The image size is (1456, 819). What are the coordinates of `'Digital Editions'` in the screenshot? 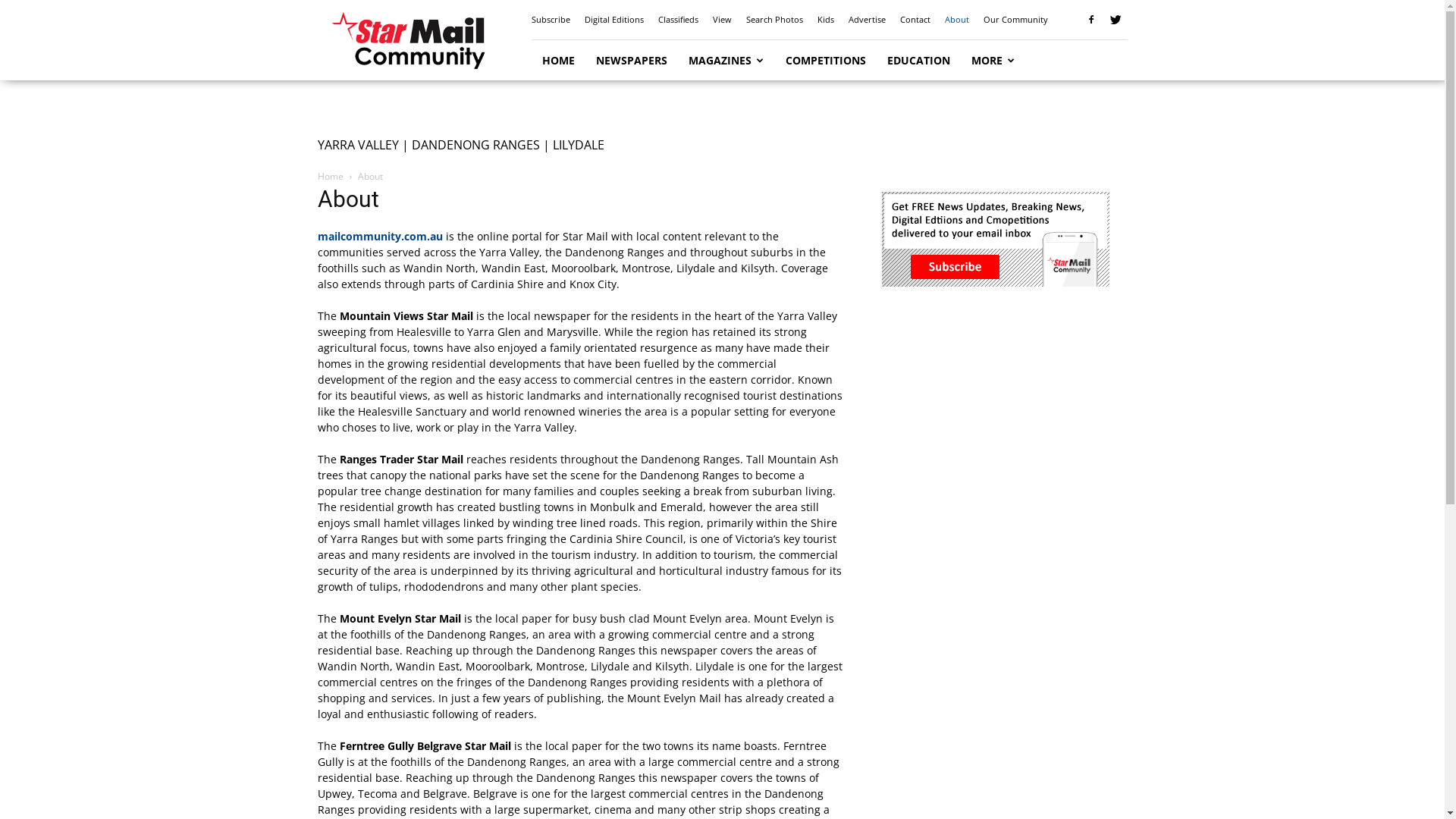 It's located at (613, 19).